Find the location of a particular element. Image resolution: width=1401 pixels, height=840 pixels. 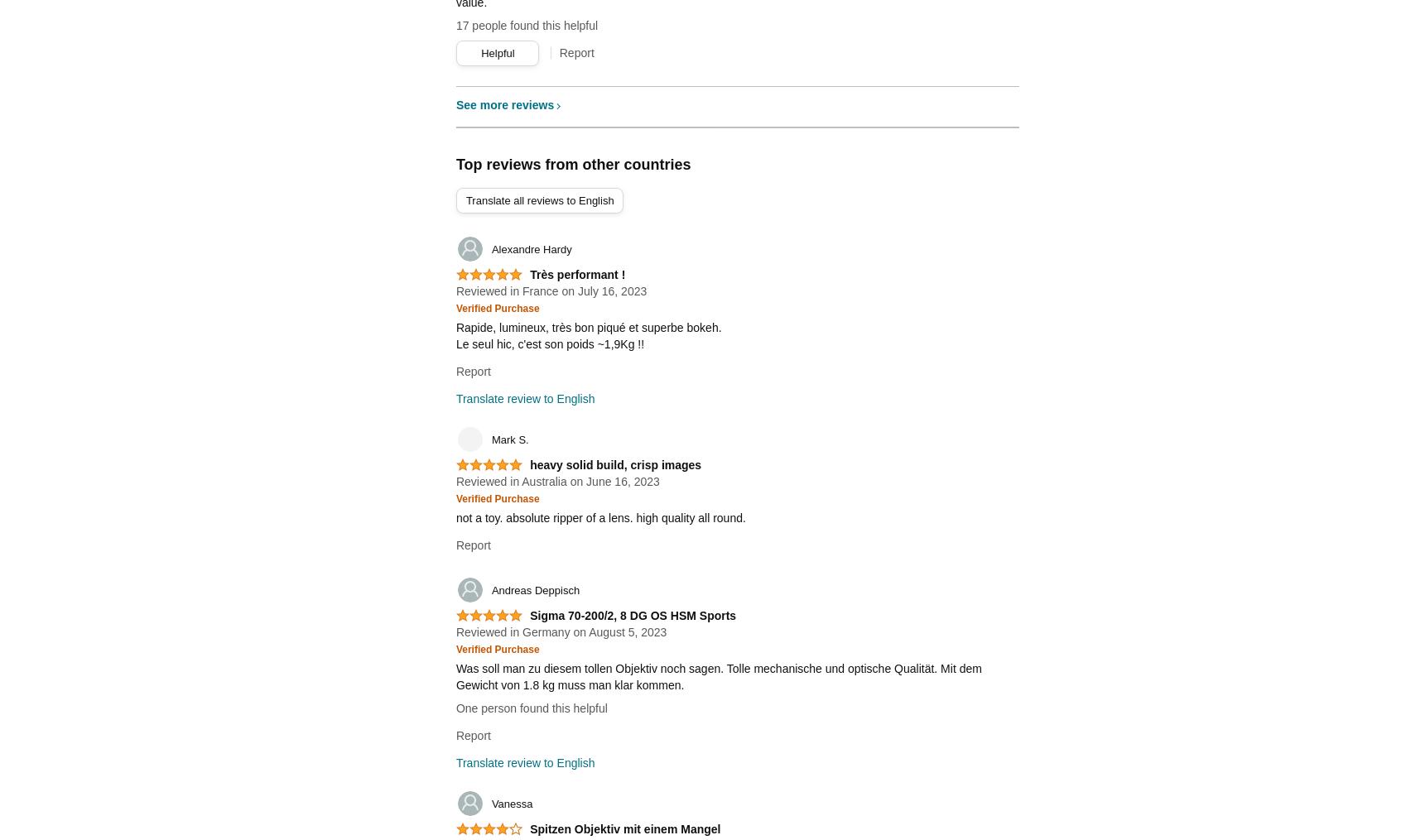

'17 people found this helpful' is located at coordinates (527, 24).